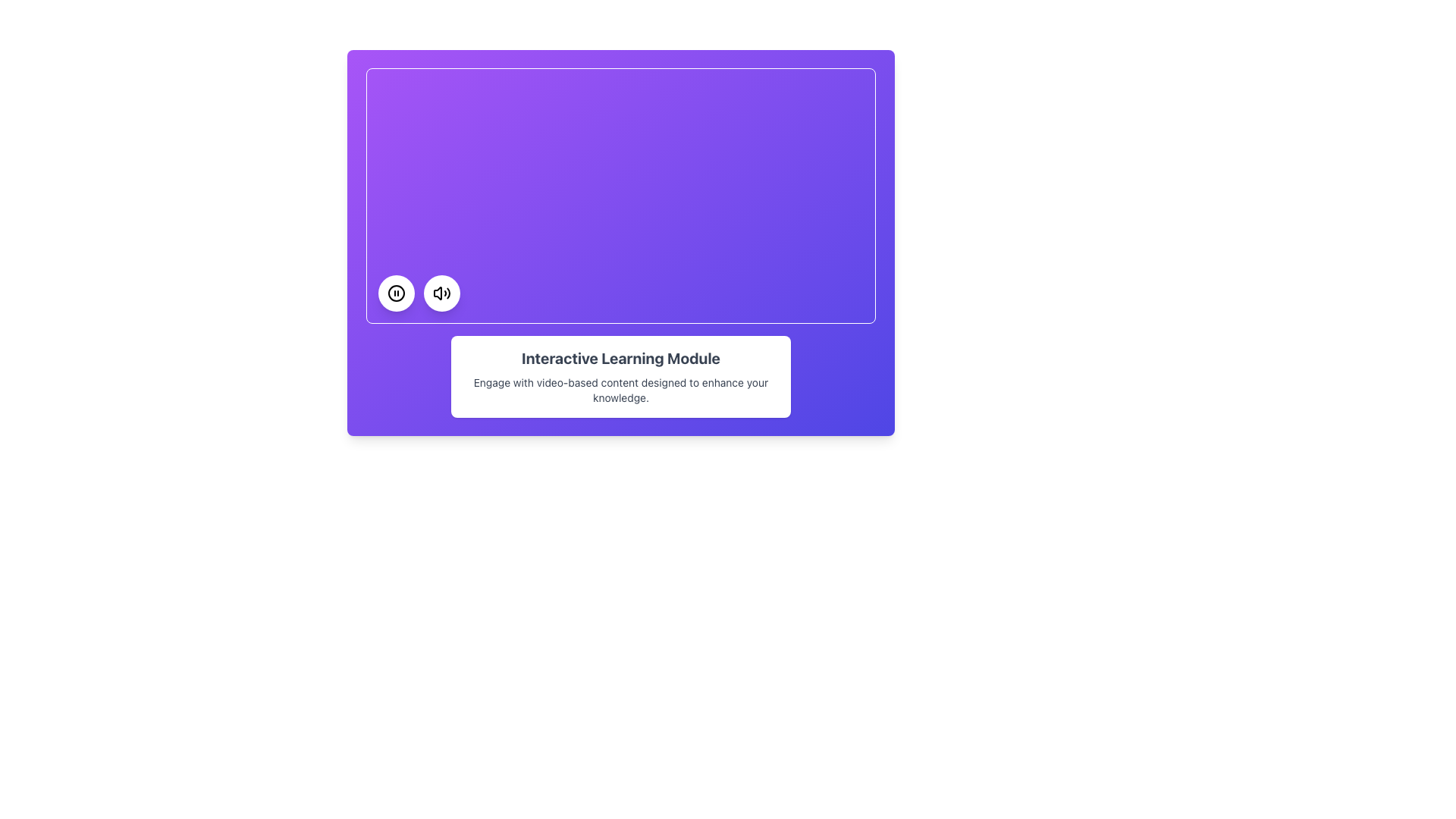 Image resolution: width=1456 pixels, height=819 pixels. Describe the element at coordinates (447, 293) in the screenshot. I see `the visual representation of the rightmost curved line segment of the 'sound waves' icon, which is part of the audio controls in the interactive learning module` at that location.